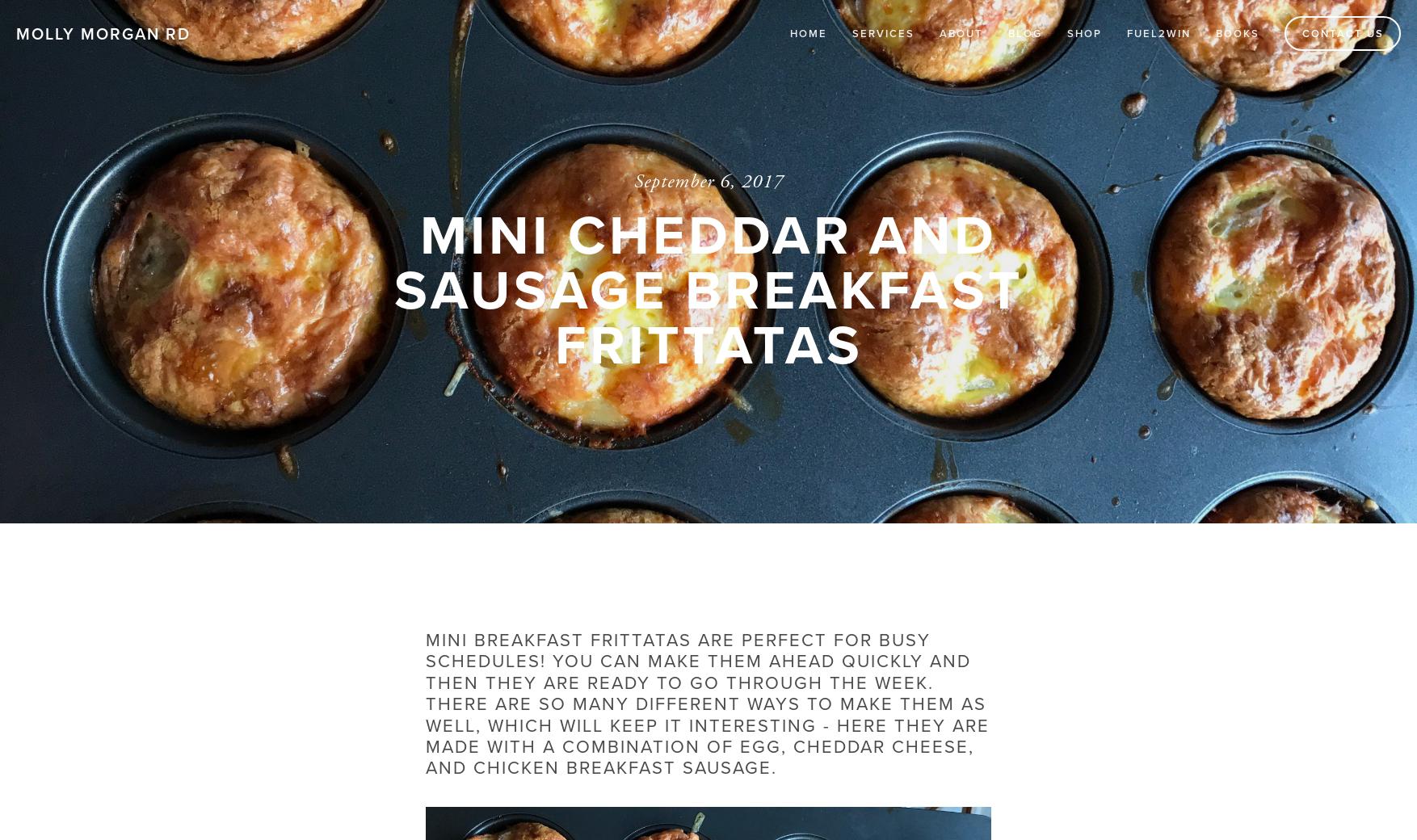 The image size is (1417, 840). What do you see at coordinates (706, 703) in the screenshot?
I see `'Mini breakfast frittatas are perfect for busy schedules! You can make them ahead quickly and then they are ready to go through the week. There are so many different ways to make them as well, which will keep it interesting - here they are made with a combination of egg, cheddar cheese, and chicken breakfast sausage.'` at bounding box center [706, 703].